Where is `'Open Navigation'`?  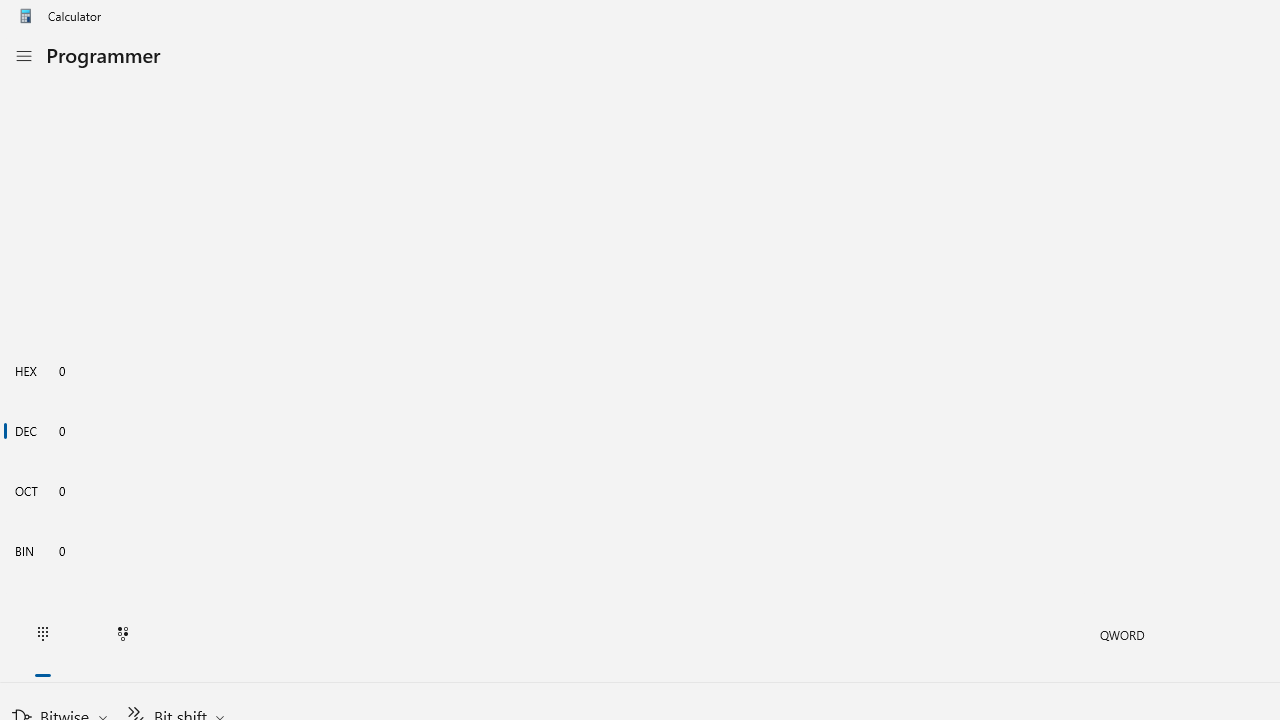
'Open Navigation' is located at coordinates (23, 55).